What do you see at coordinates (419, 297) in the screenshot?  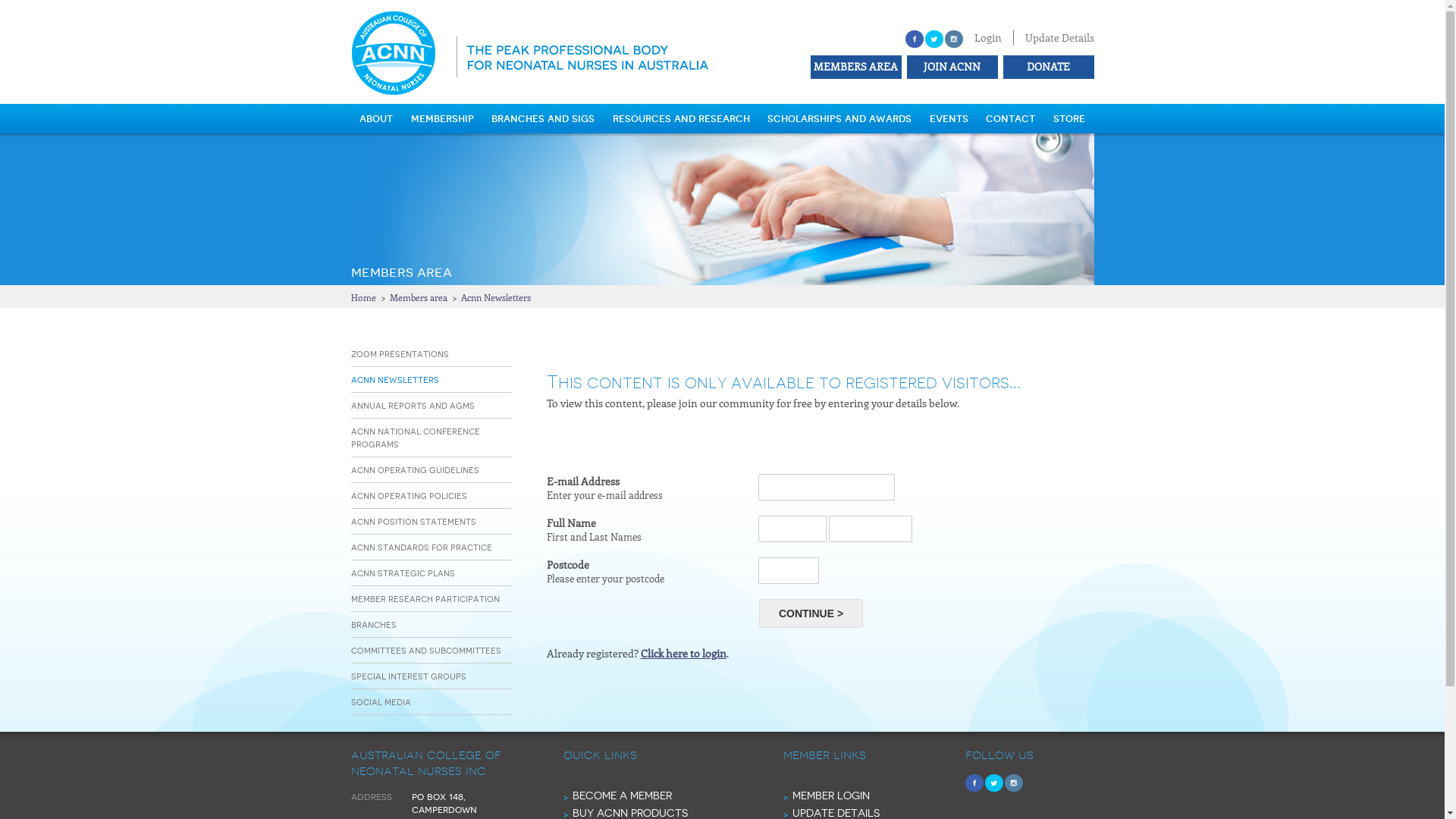 I see `'Members area'` at bounding box center [419, 297].